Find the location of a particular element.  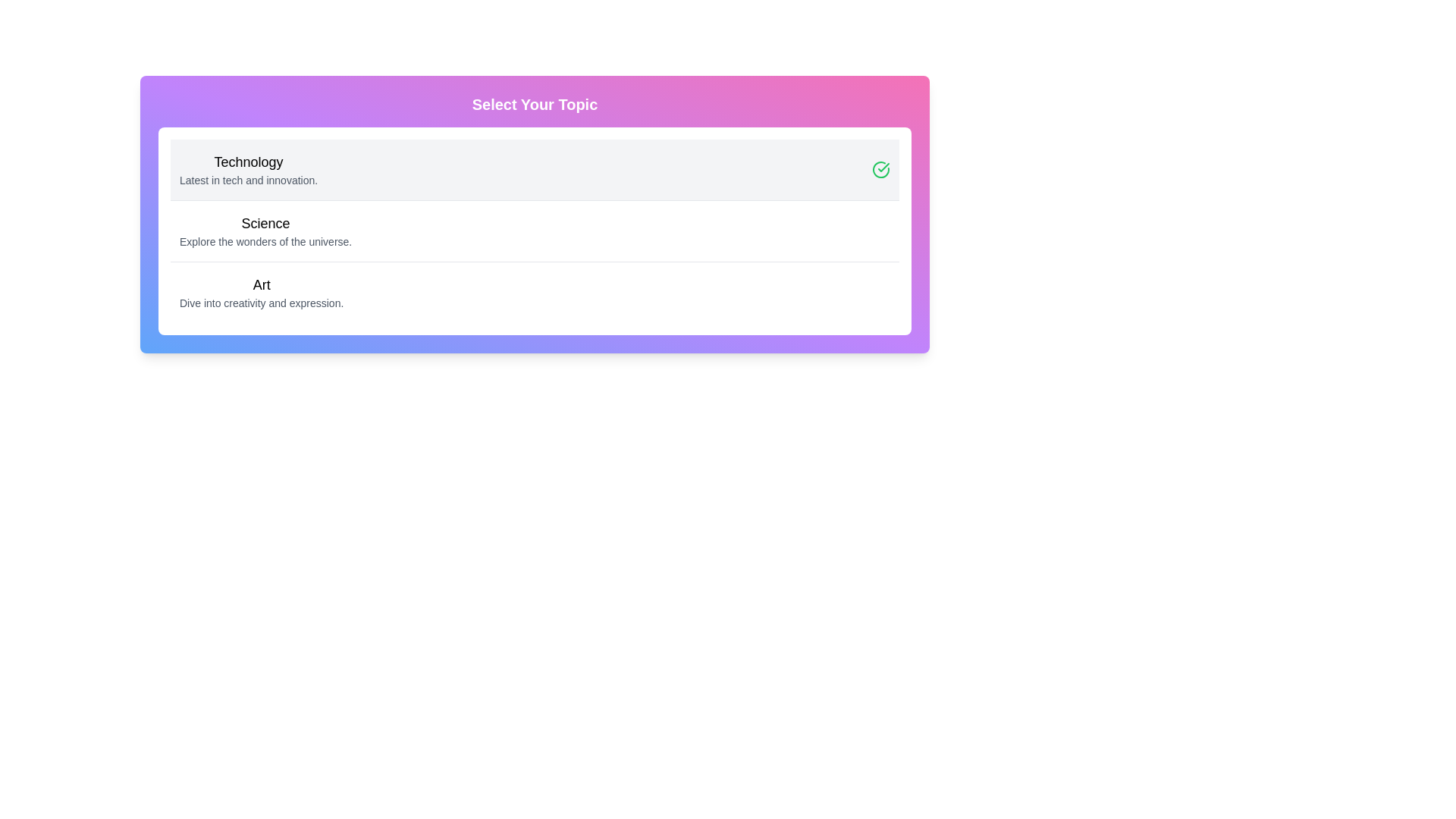

the 'Technology' header and description text block in the selection menu is located at coordinates (249, 169).